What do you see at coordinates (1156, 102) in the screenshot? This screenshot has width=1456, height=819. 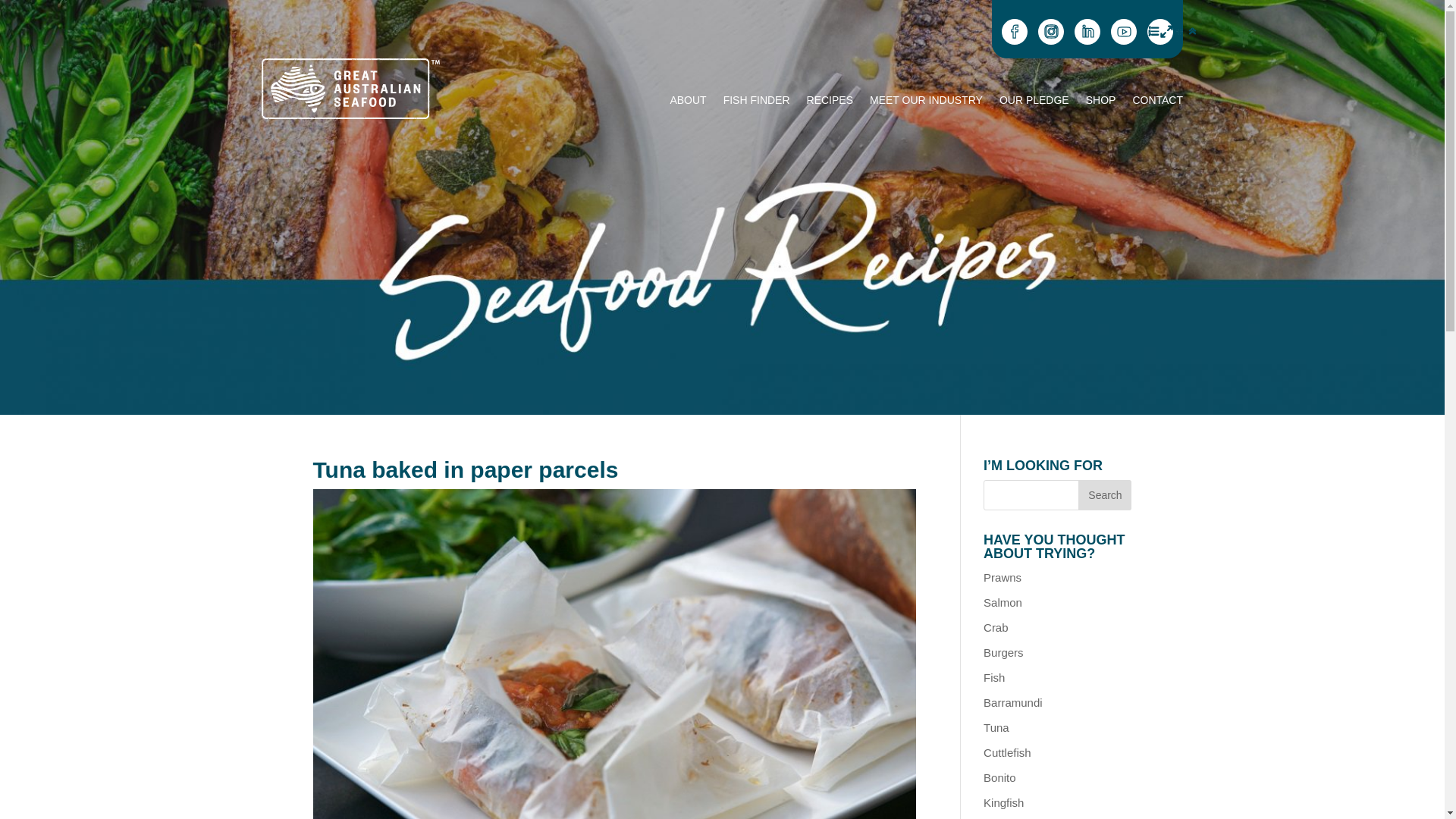 I see `'CONTACT'` at bounding box center [1156, 102].